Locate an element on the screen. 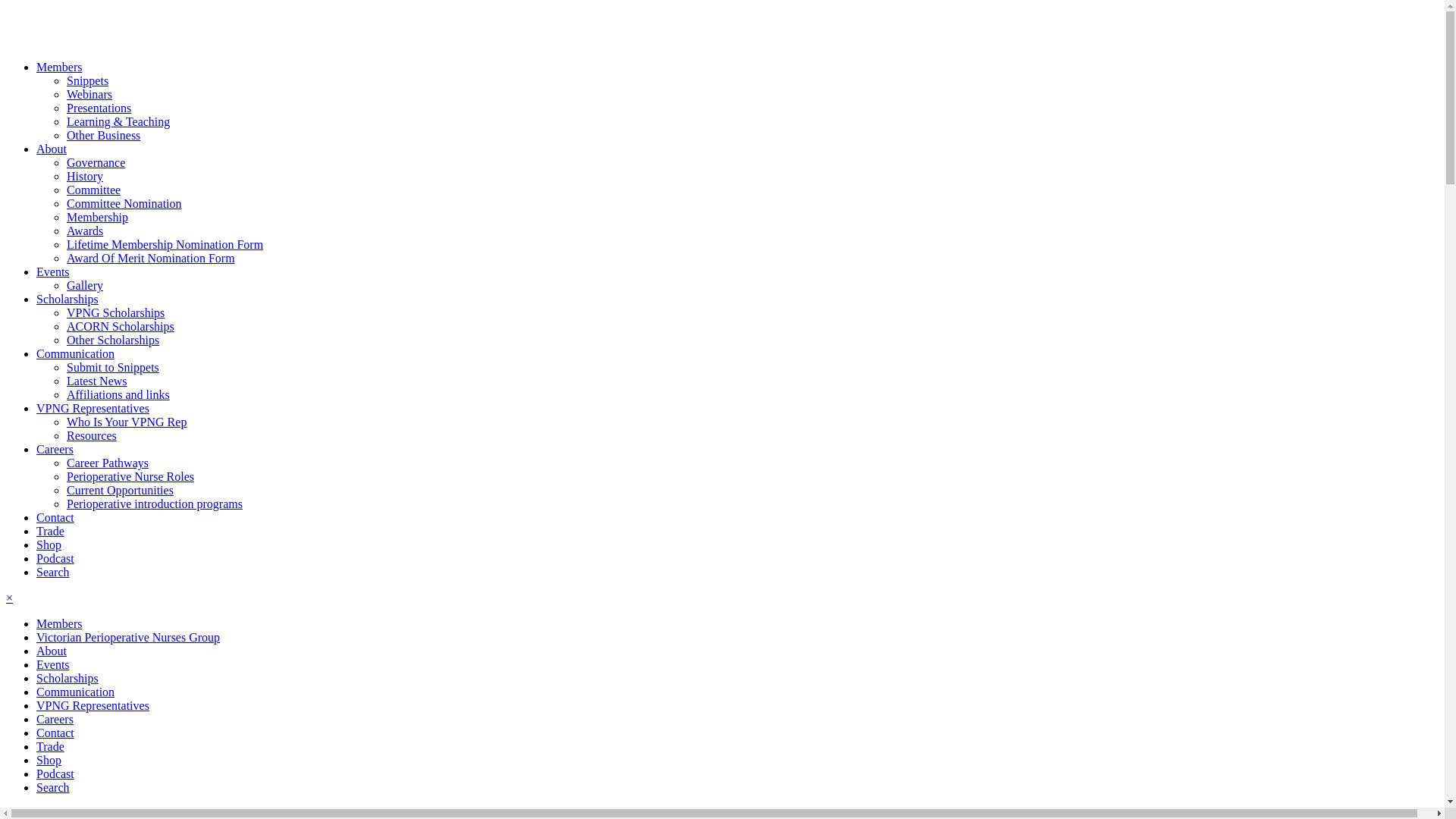 The image size is (1456, 819). 'Other Business' is located at coordinates (102, 134).